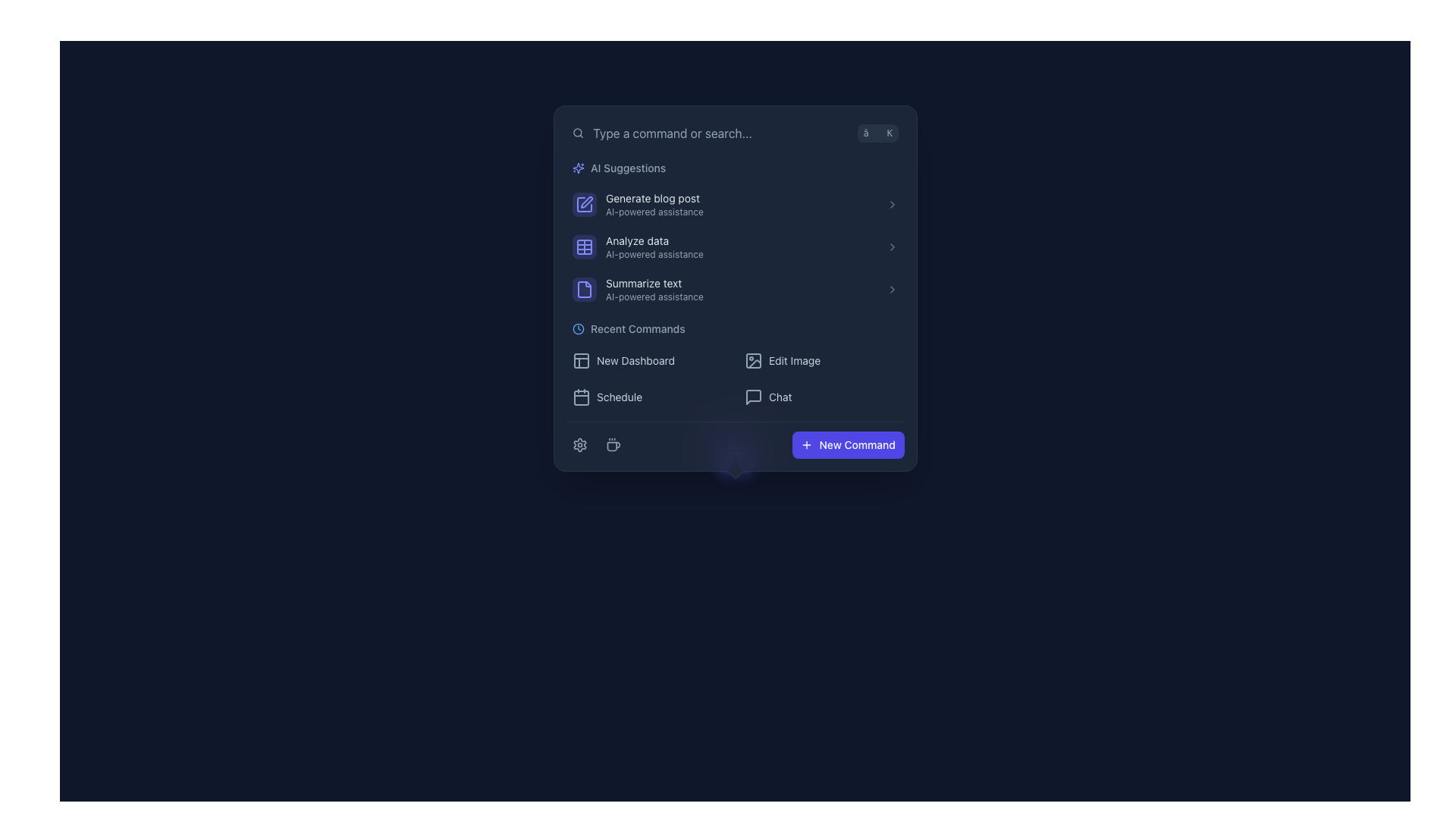 The width and height of the screenshot is (1456, 819). I want to click on the 'Chat' label text, which is a small light gray text label styled with a sans-serif typeface, located in the lower right section of the main panel, so click(780, 397).